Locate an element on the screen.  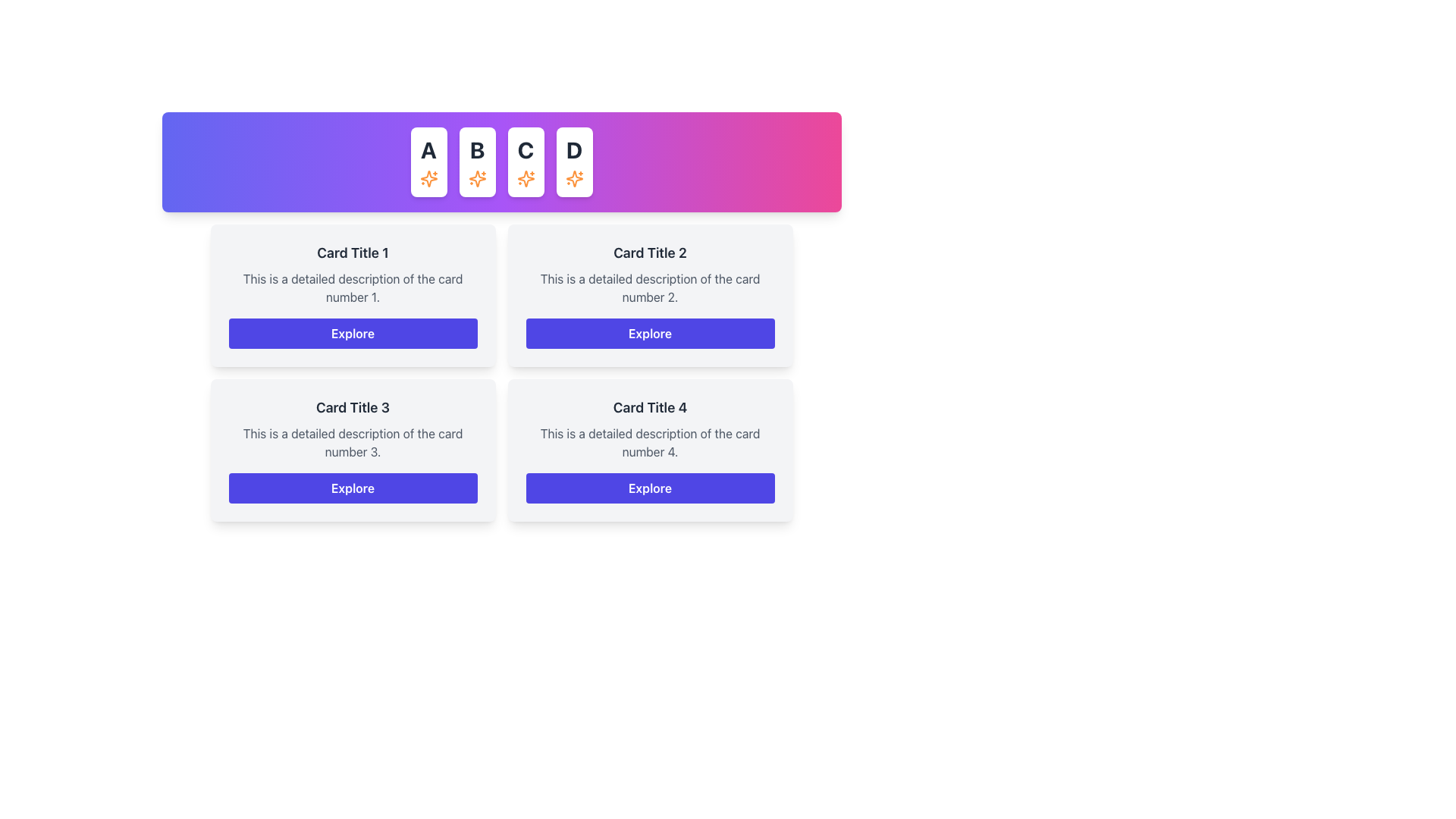
the text block stating 'This is a detailed description of the card number 2.' which is located in the card labeled 'Card Title 2' in the second column of the card grid is located at coordinates (650, 288).